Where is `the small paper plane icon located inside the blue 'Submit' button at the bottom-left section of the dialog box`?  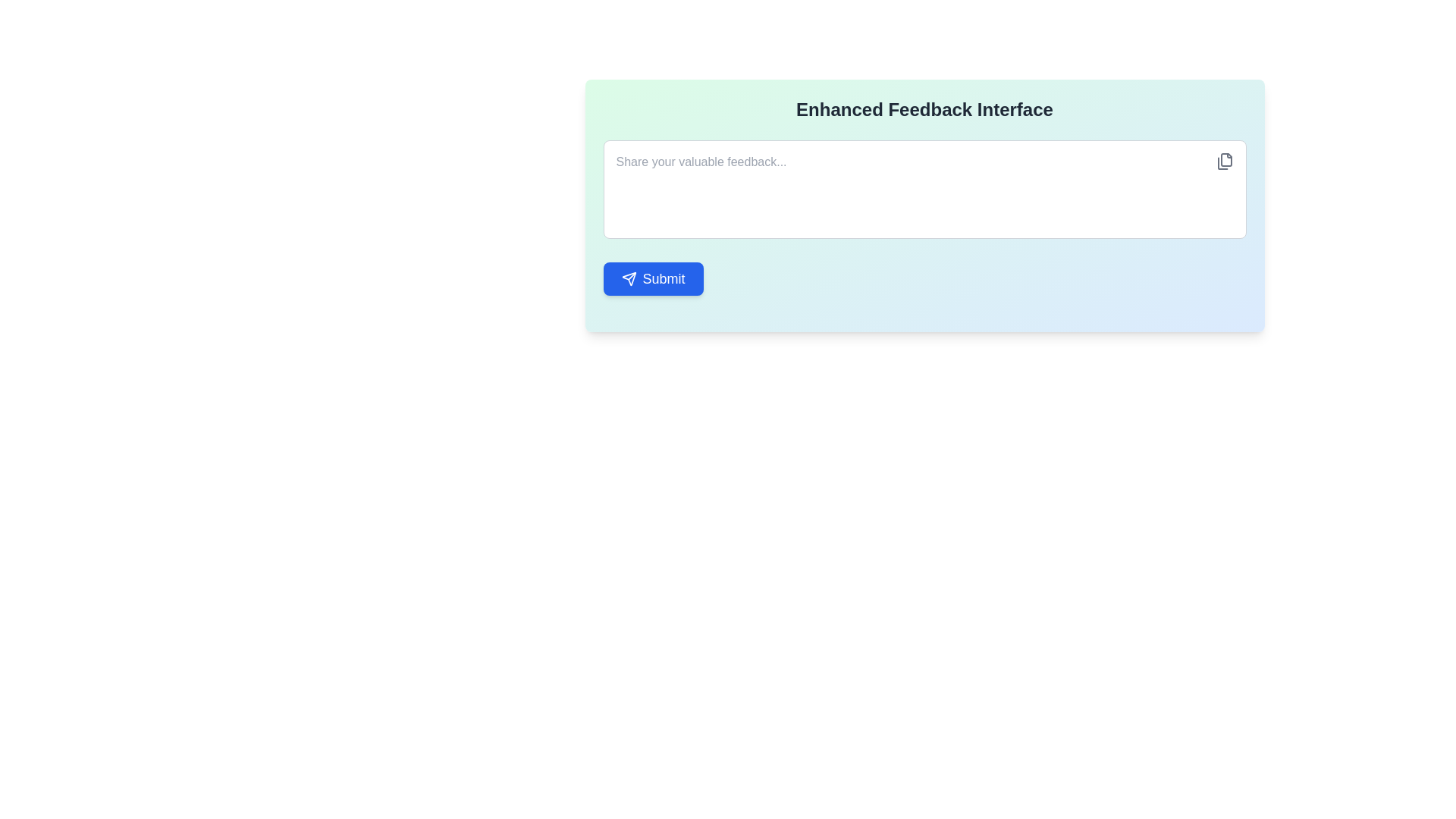 the small paper plane icon located inside the blue 'Submit' button at the bottom-left section of the dialog box is located at coordinates (629, 278).